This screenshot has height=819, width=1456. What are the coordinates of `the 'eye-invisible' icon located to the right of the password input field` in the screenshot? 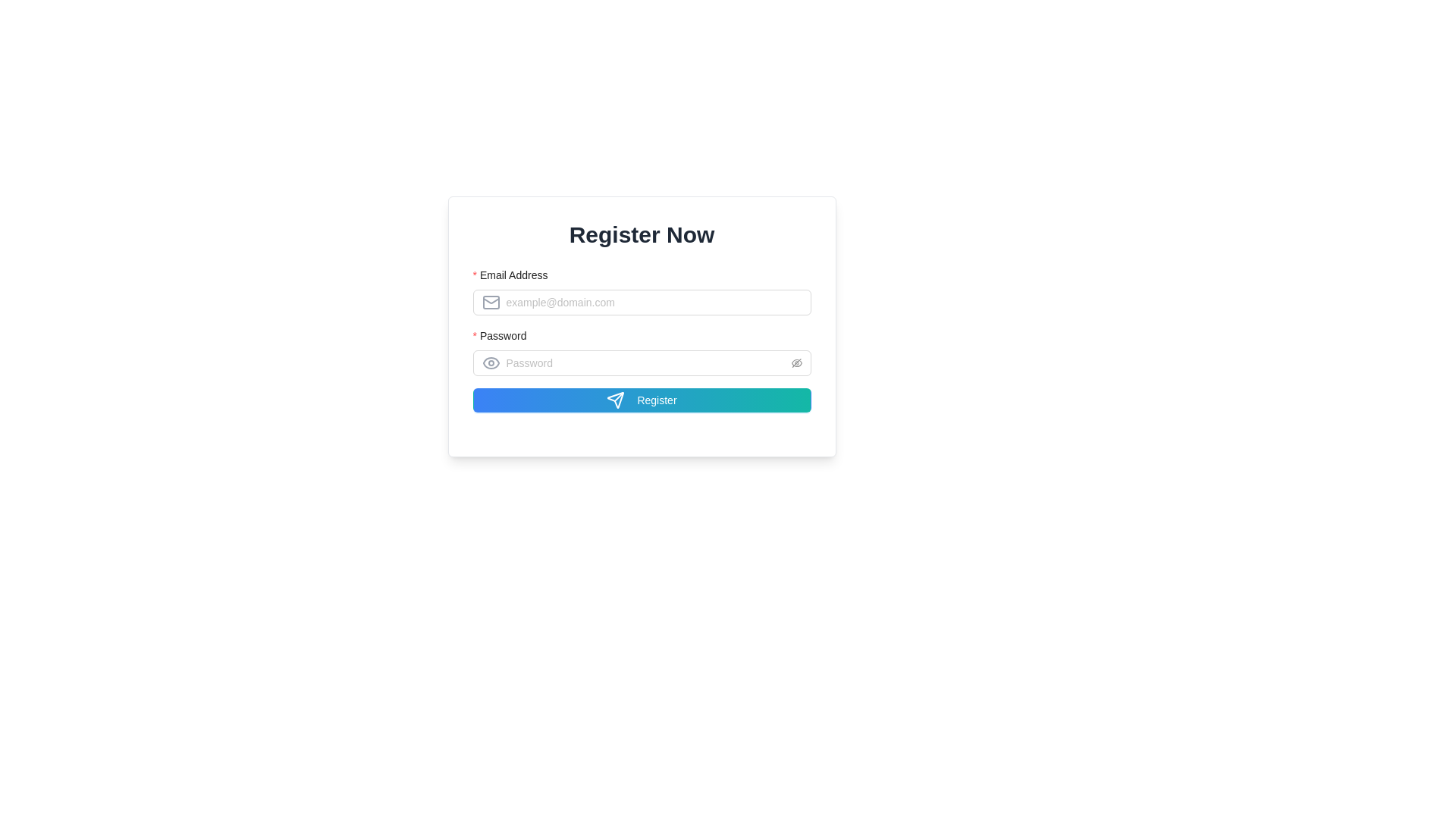 It's located at (795, 362).